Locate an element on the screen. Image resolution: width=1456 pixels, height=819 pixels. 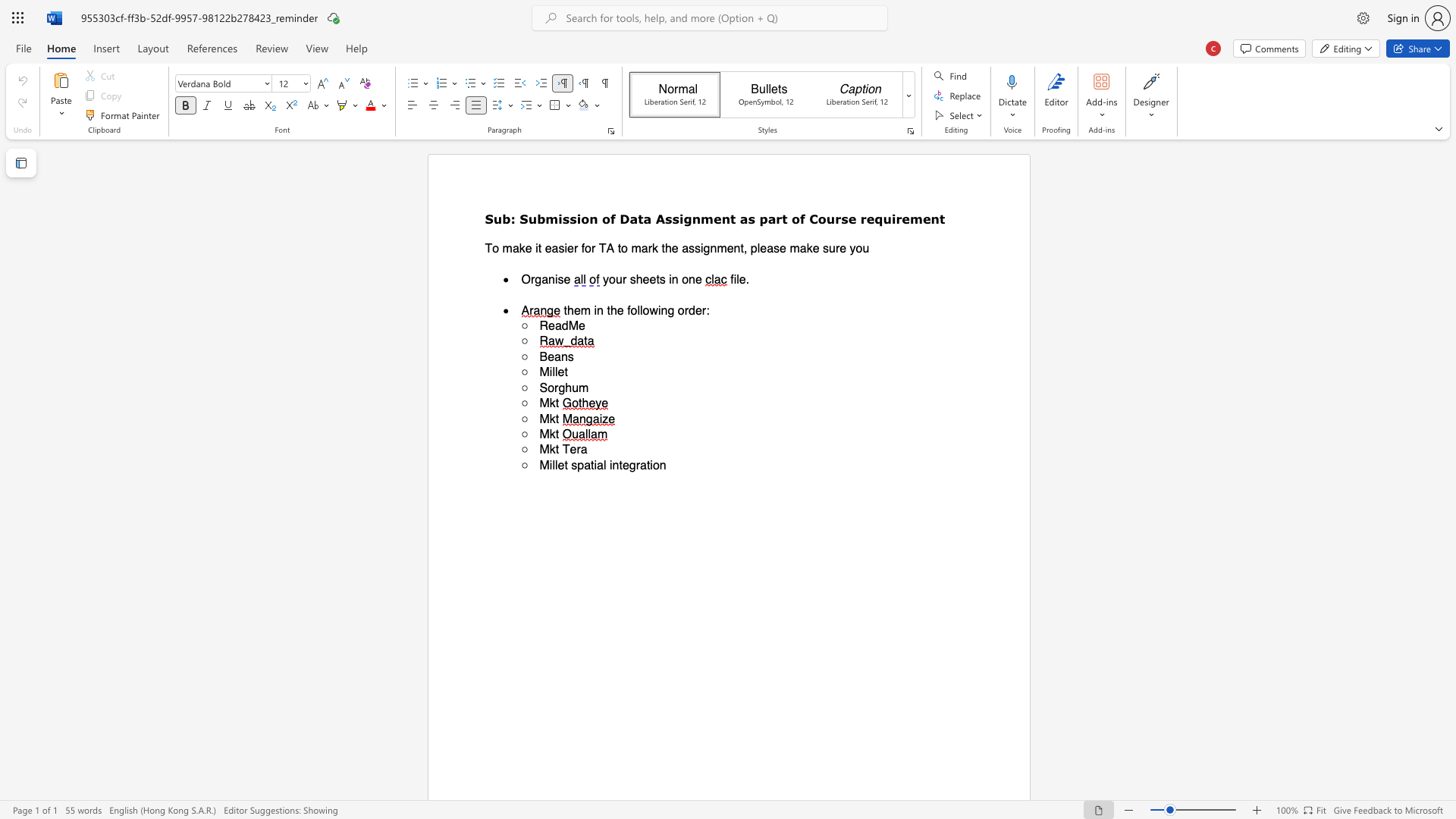
the 1th character "t" in the text is located at coordinates (565, 464).